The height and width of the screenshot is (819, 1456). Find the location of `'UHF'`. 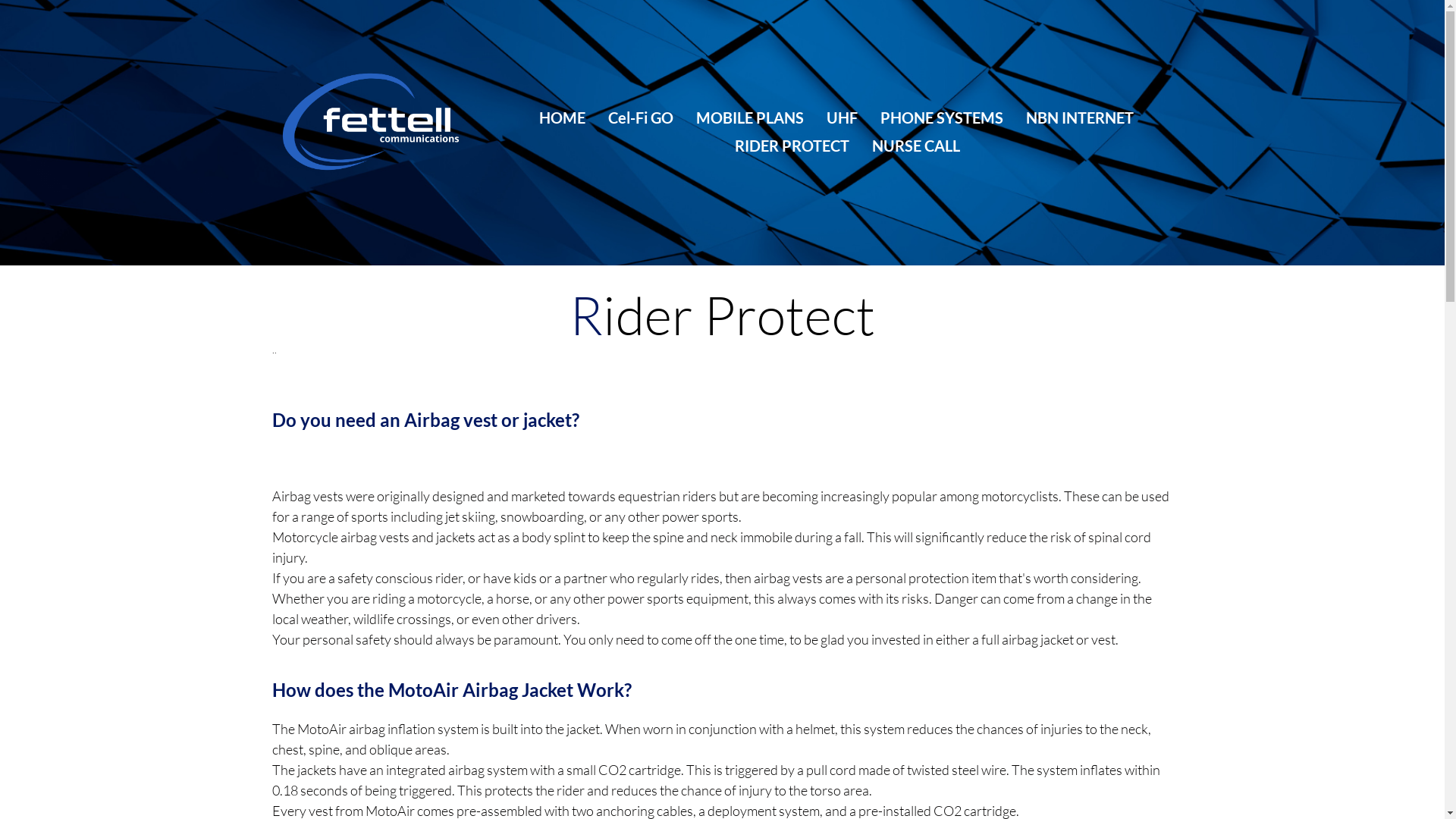

'UHF' is located at coordinates (825, 118).